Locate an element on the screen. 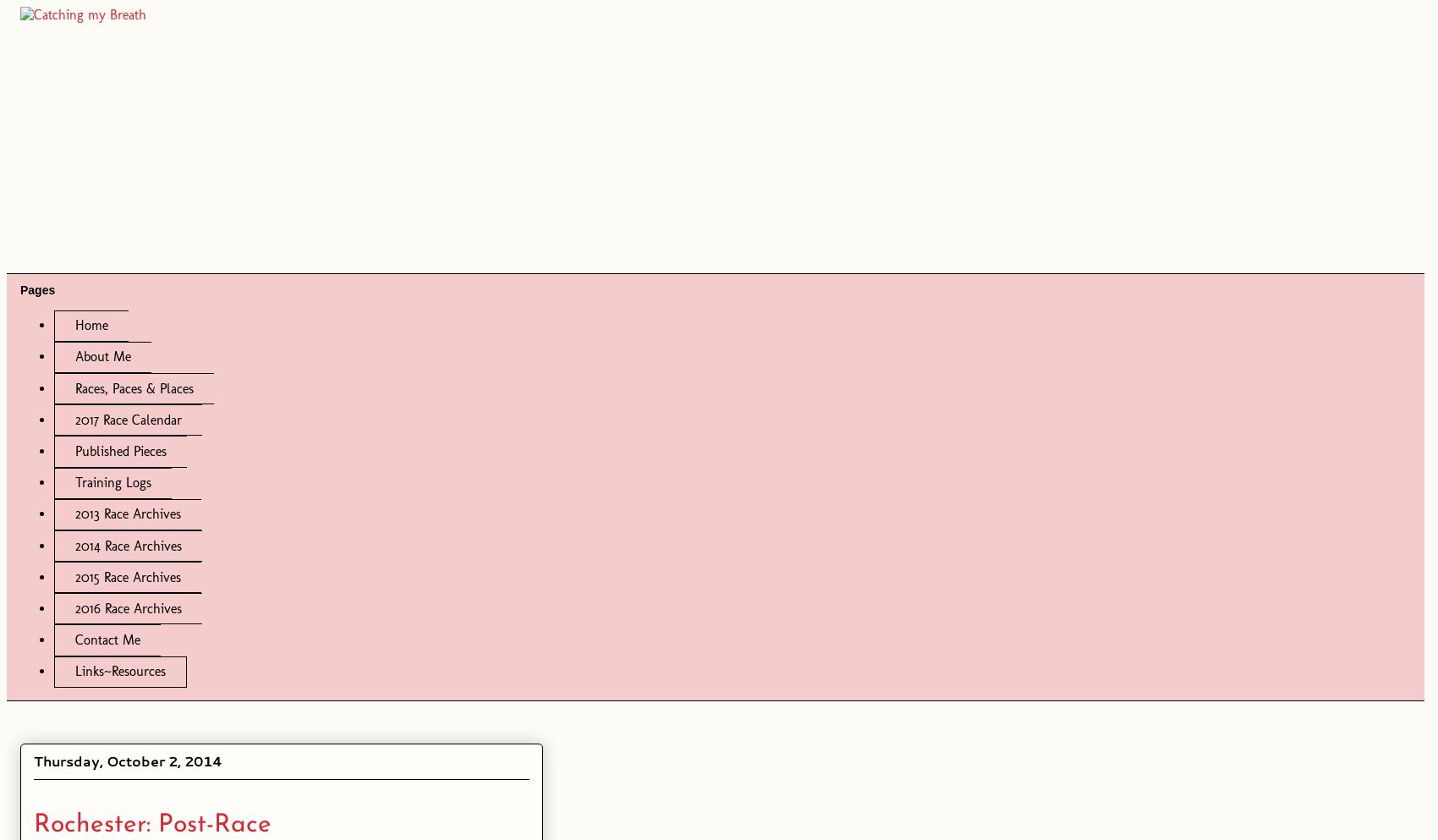 Image resolution: width=1438 pixels, height=840 pixels. 'Links~Resources' is located at coordinates (119, 670).